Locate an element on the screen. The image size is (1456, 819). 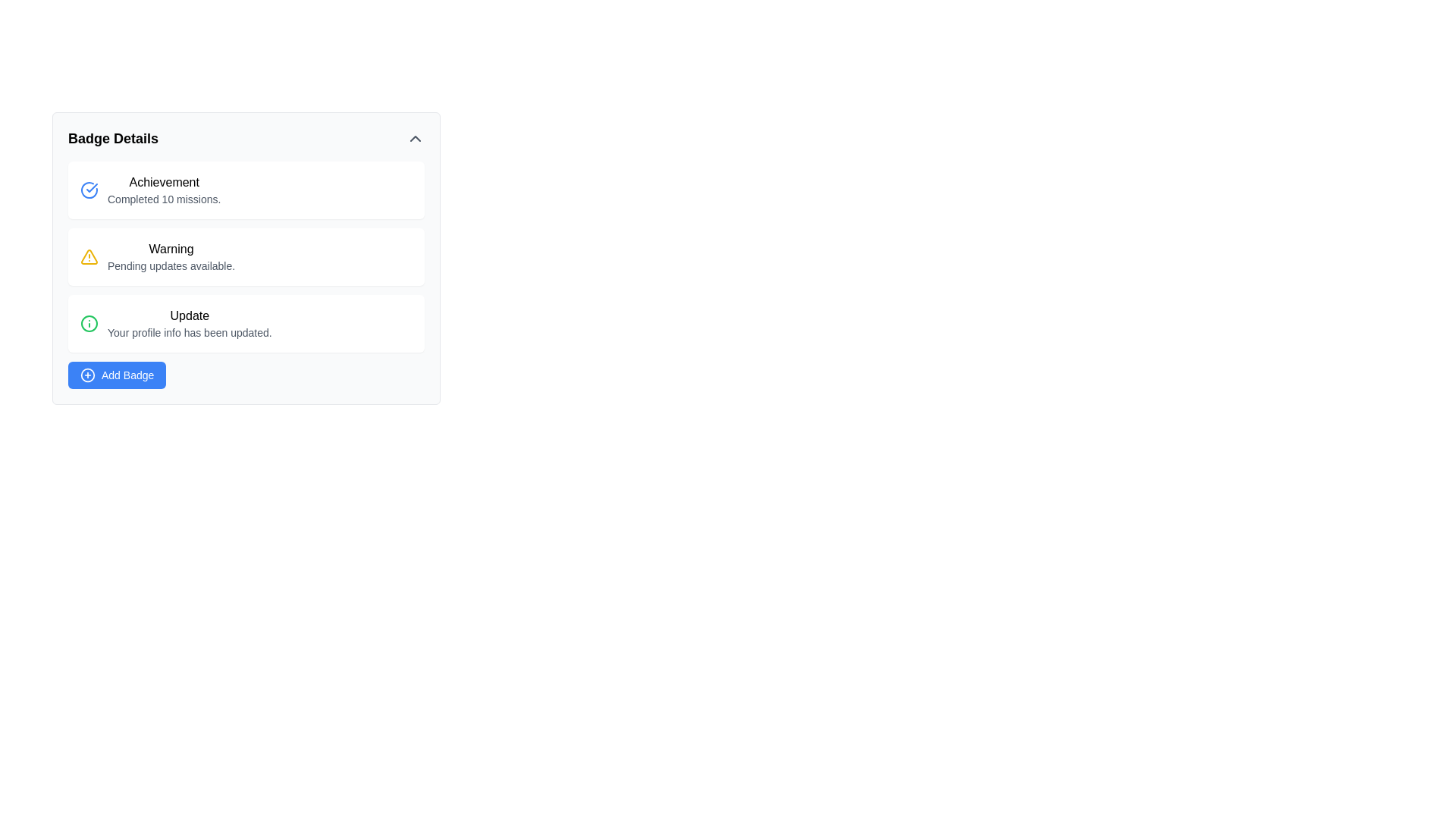
the triangular warning icon filled with yellow and outlined in black, featuring a bold exclamation mark at its center, which is located in the 'Warning' row of the badge details panel is located at coordinates (89, 256).